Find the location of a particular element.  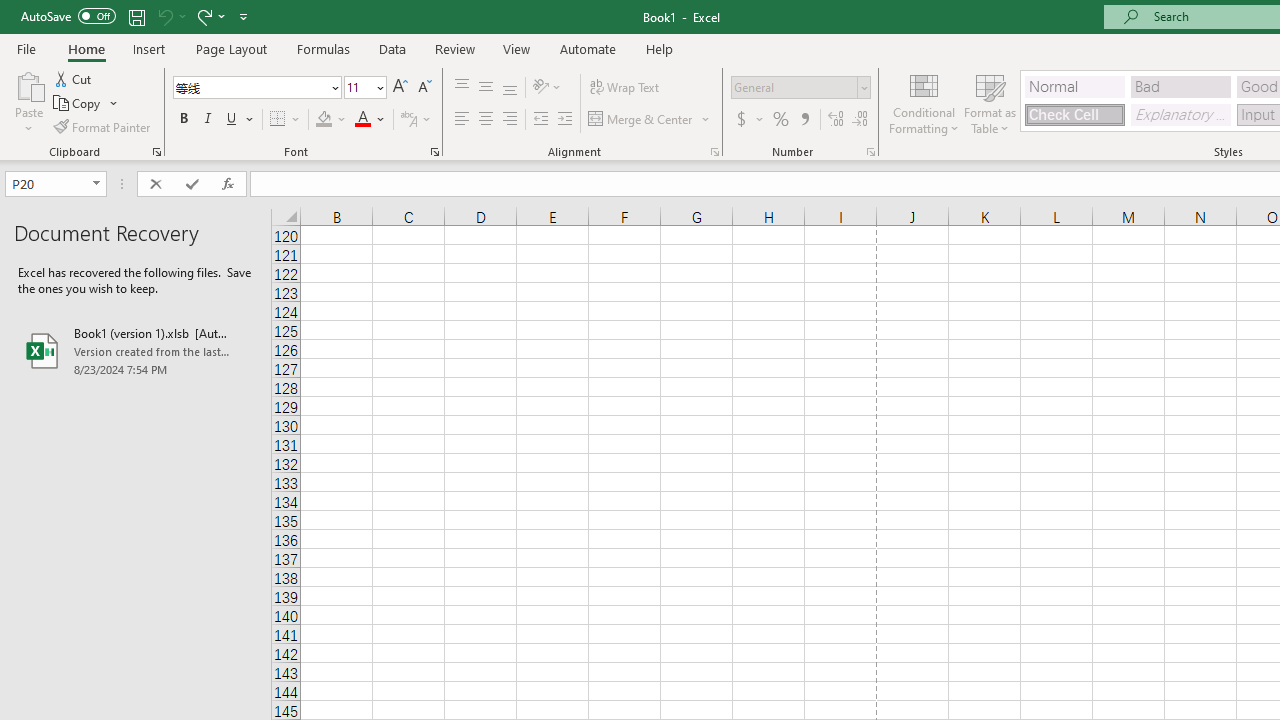

'Decrease Font Size' is located at coordinates (423, 86).